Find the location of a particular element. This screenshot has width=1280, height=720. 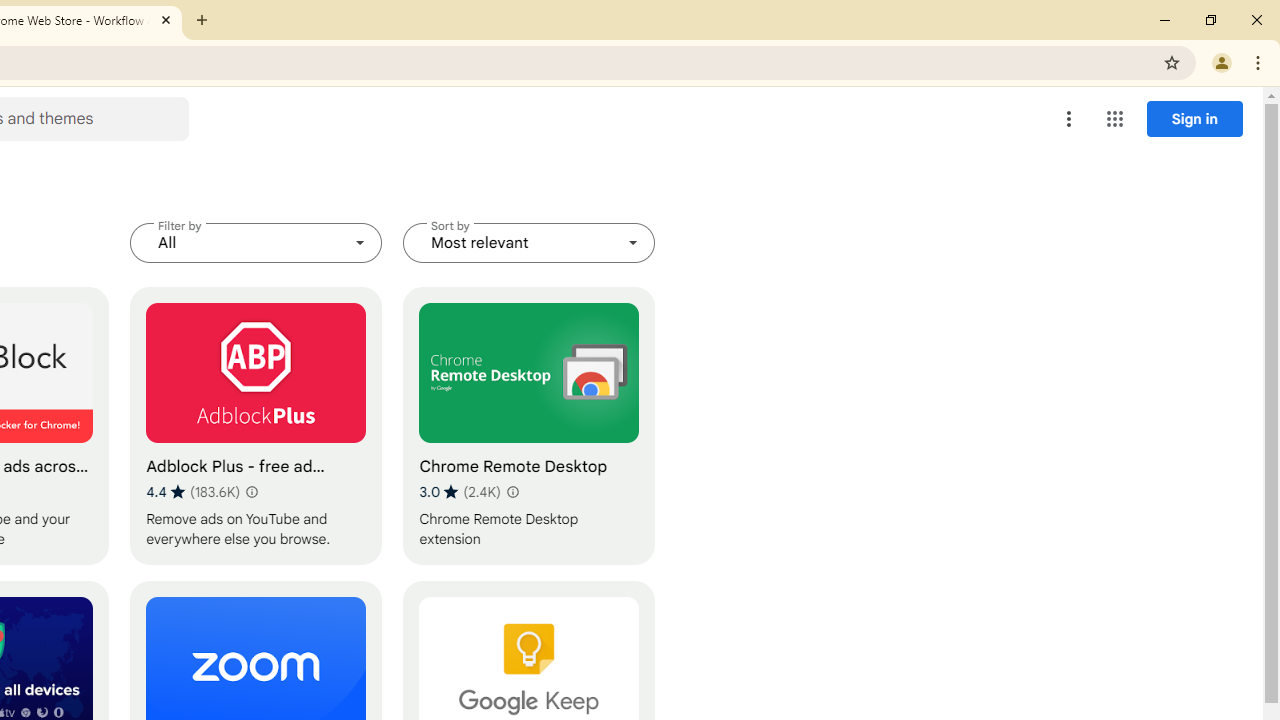

'Filter by All' is located at coordinates (255, 242).